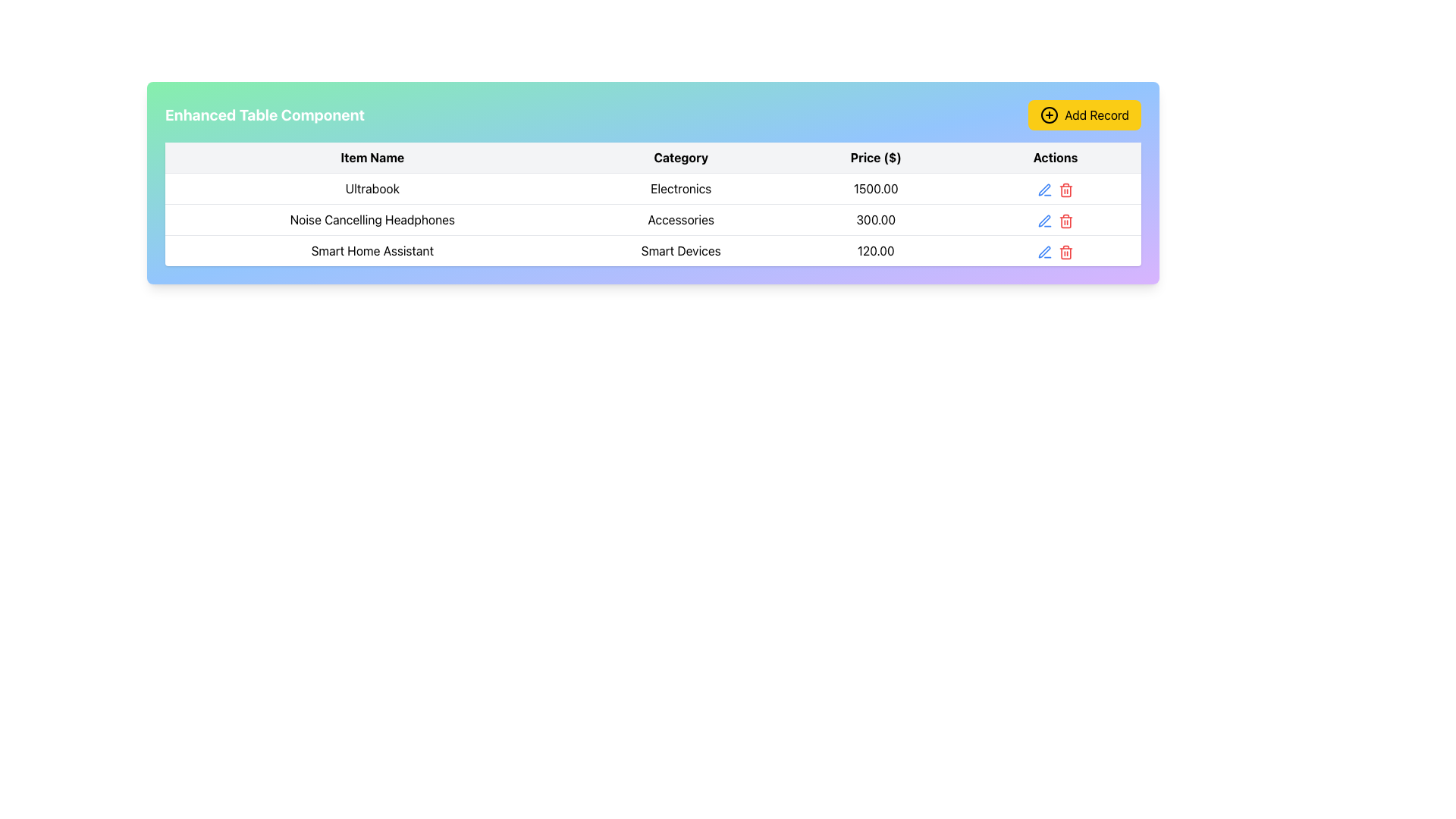  I want to click on the first red trash bin icon button in the 'Actions' column of the table, which aligns with the 'Ultrabook' entry, so click(1065, 189).